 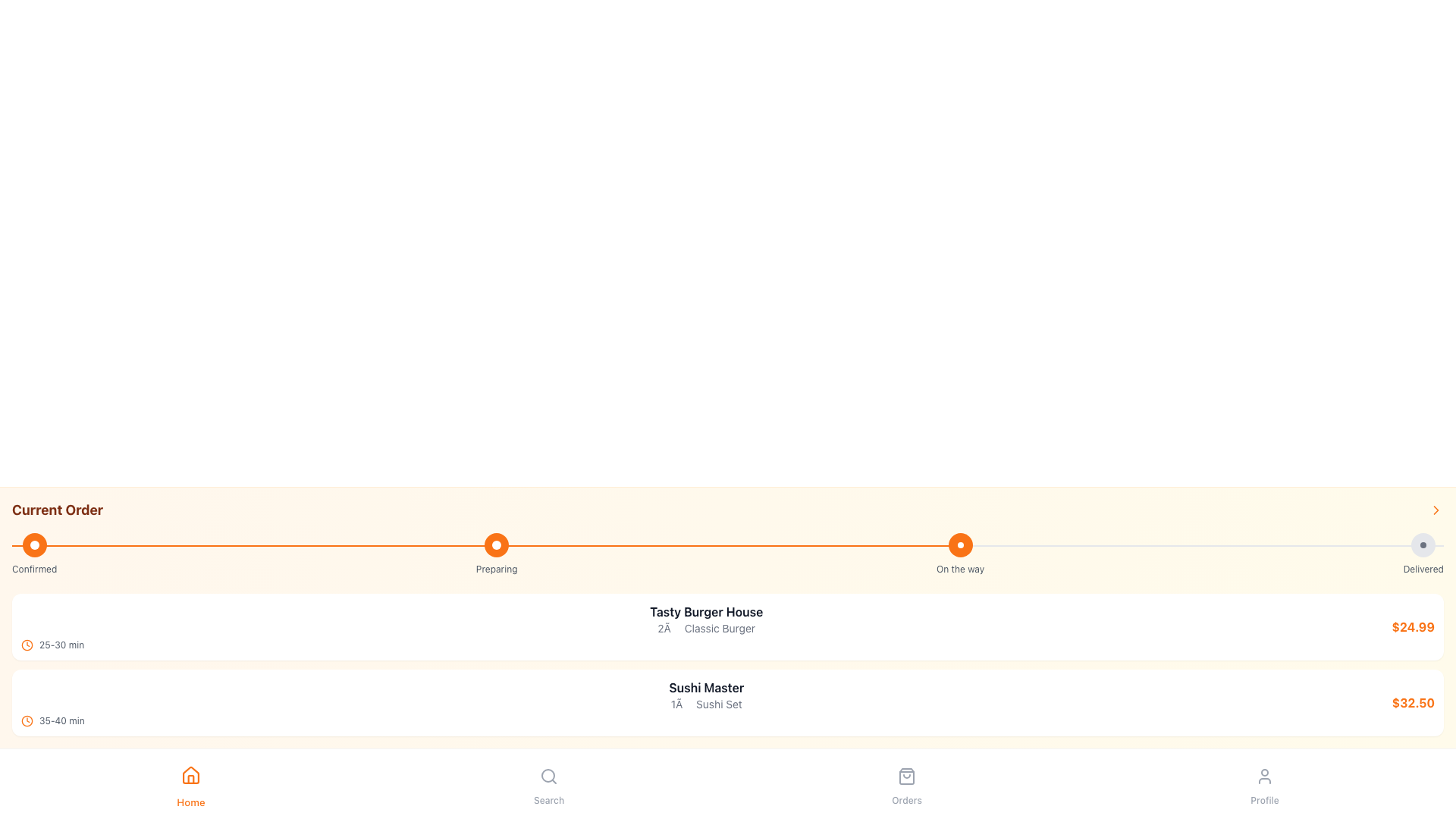 I want to click on the 'Orders' text label, which is a small gray font element located in the bottom navigation area of the application, between 'Search' and 'Profile', so click(x=907, y=800).